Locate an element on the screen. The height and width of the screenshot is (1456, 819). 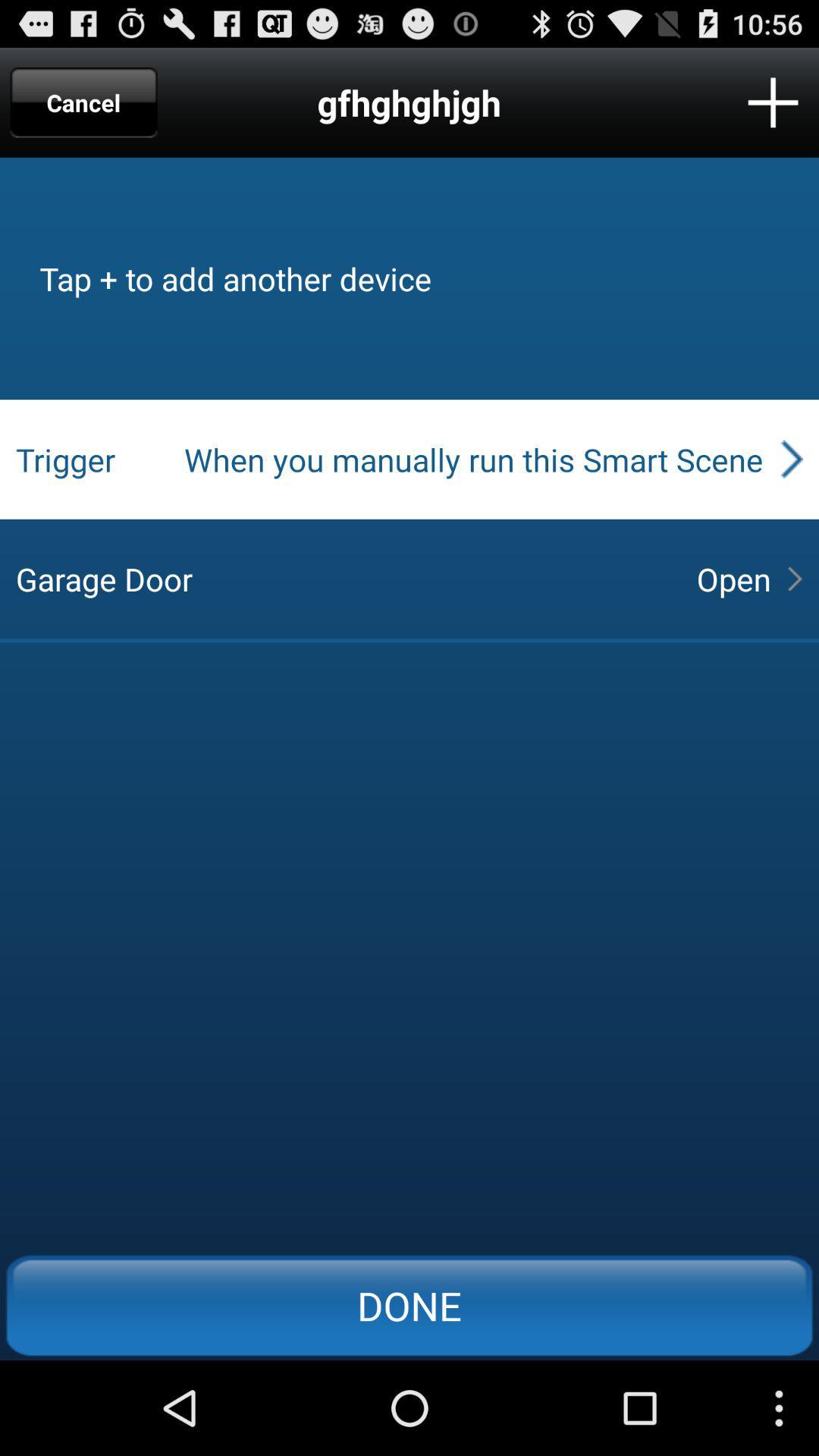
the garage door at the center is located at coordinates (343, 578).